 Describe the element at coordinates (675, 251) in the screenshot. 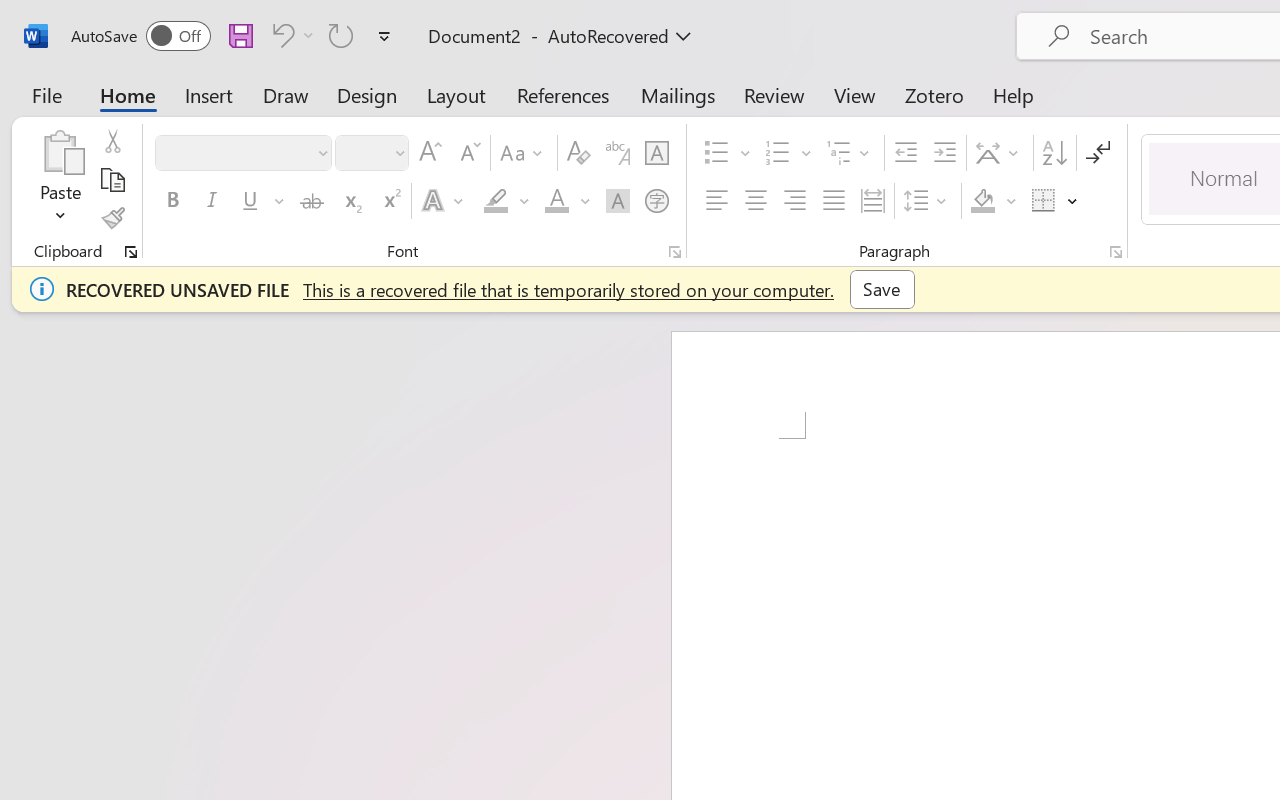

I see `'Font...'` at that location.